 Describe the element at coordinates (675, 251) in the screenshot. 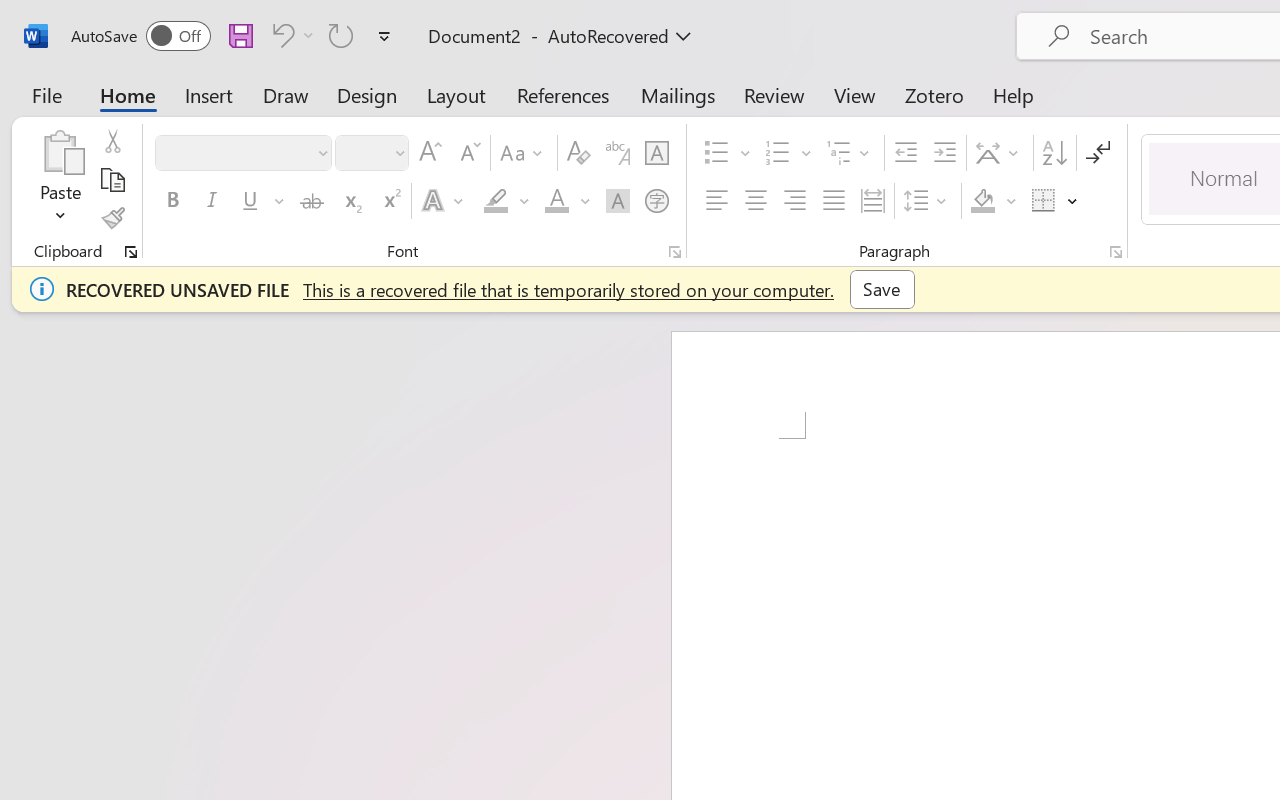

I see `'Font...'` at that location.